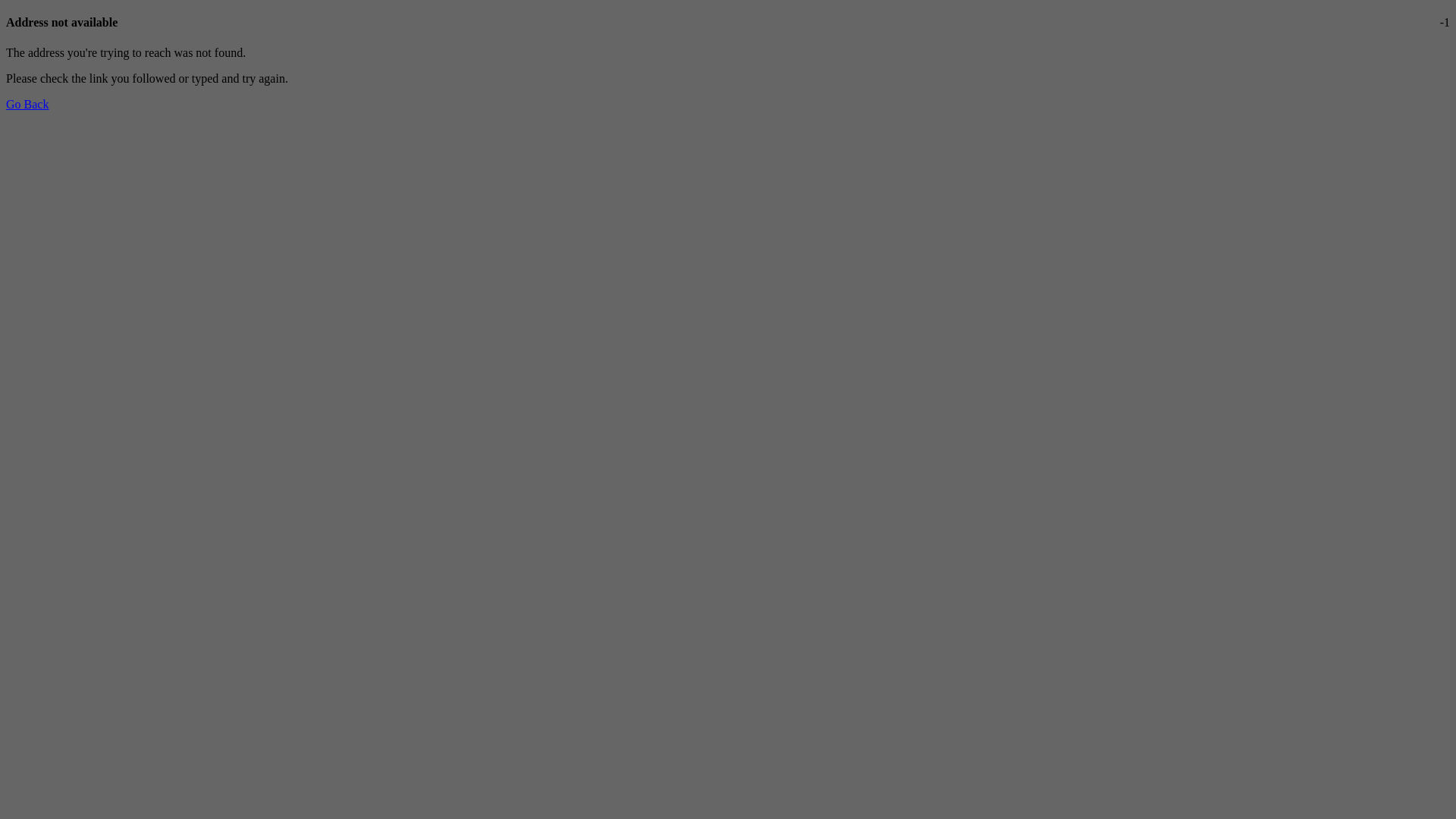 This screenshot has height=819, width=1456. Describe the element at coordinates (27, 103) in the screenshot. I see `'Go Back'` at that location.